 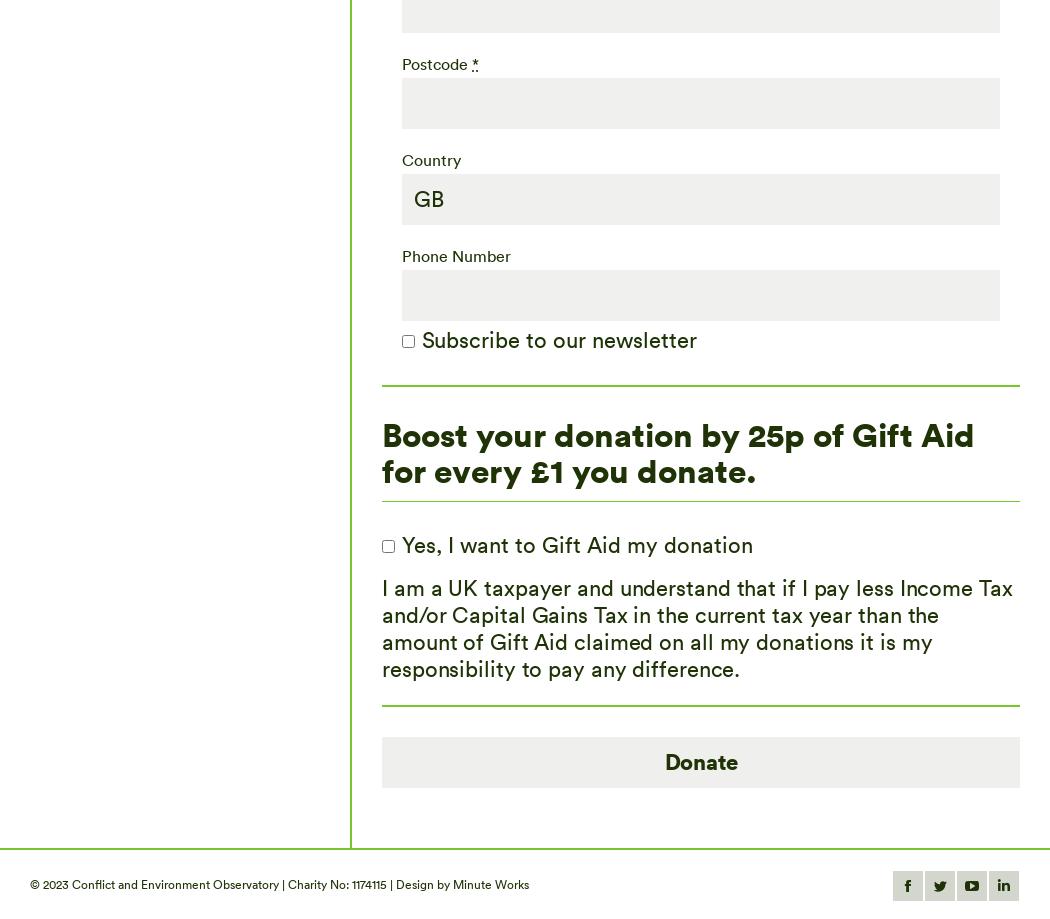 I want to click on 'Boost your donation by 25p of Gift Aid for every £1 you donate.', so click(x=678, y=451).